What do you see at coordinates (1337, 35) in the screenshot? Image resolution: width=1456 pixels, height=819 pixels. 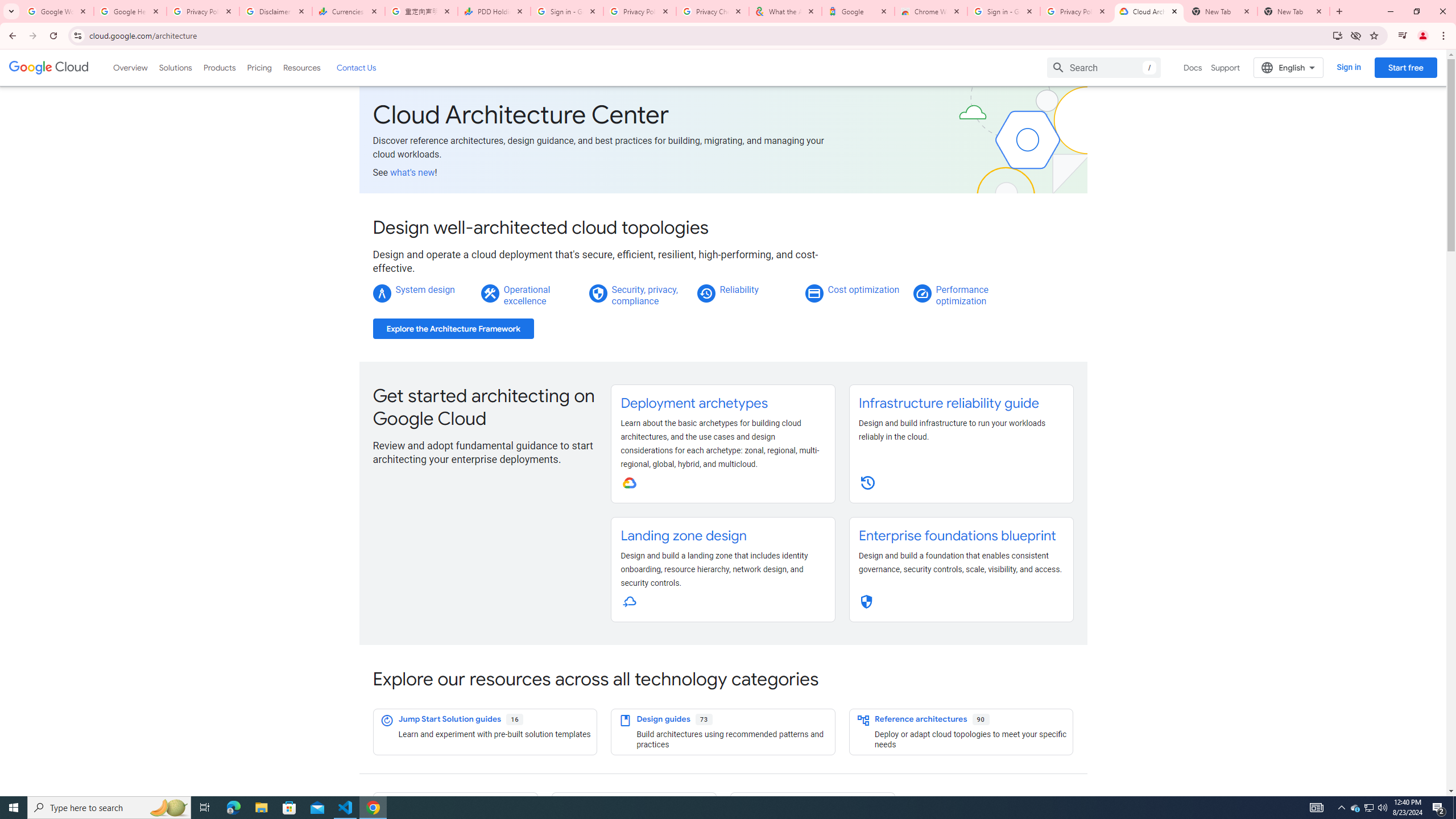 I see `'Install Google Cloud'` at bounding box center [1337, 35].